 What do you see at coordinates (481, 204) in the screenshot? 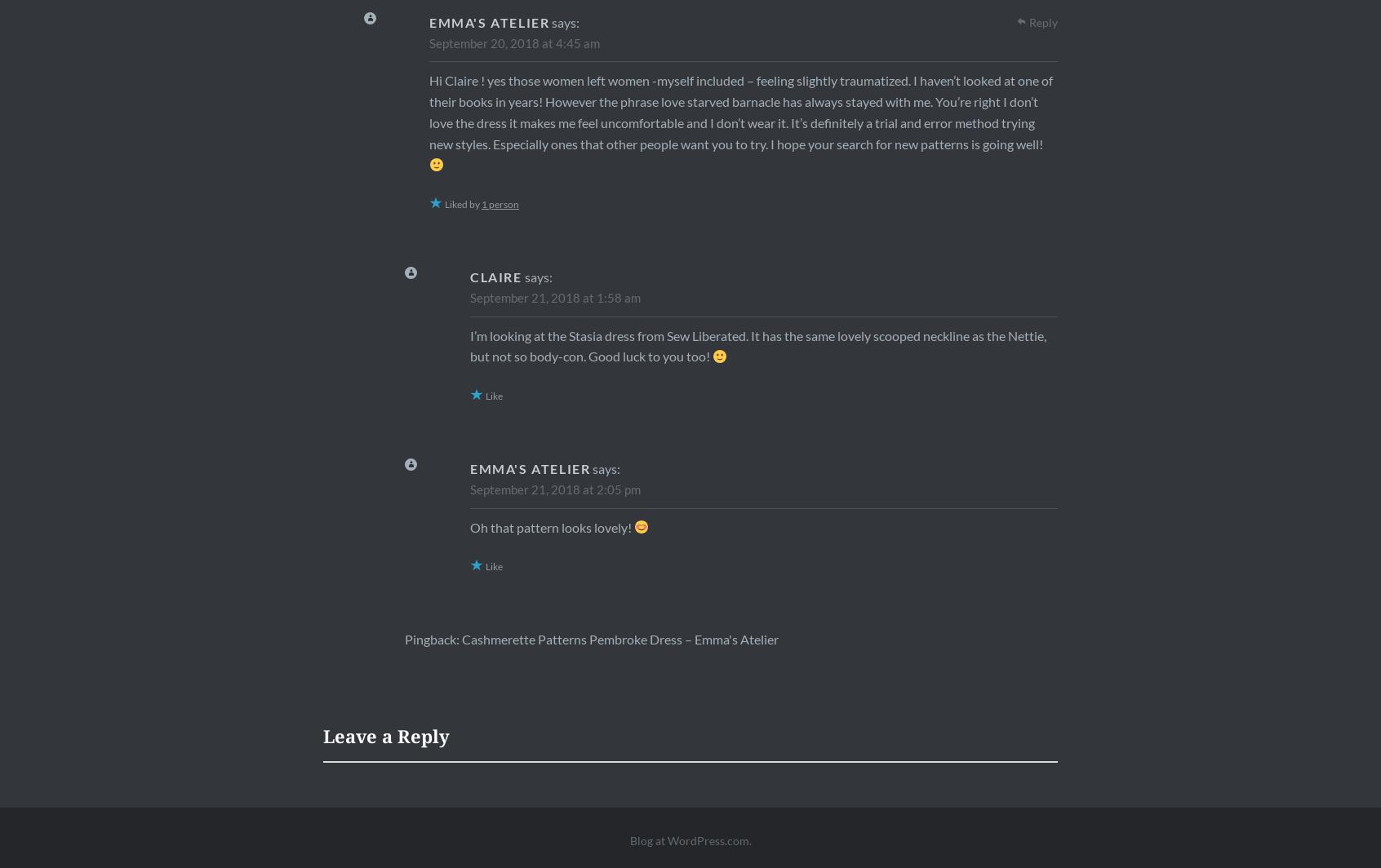
I see `'1 person'` at bounding box center [481, 204].